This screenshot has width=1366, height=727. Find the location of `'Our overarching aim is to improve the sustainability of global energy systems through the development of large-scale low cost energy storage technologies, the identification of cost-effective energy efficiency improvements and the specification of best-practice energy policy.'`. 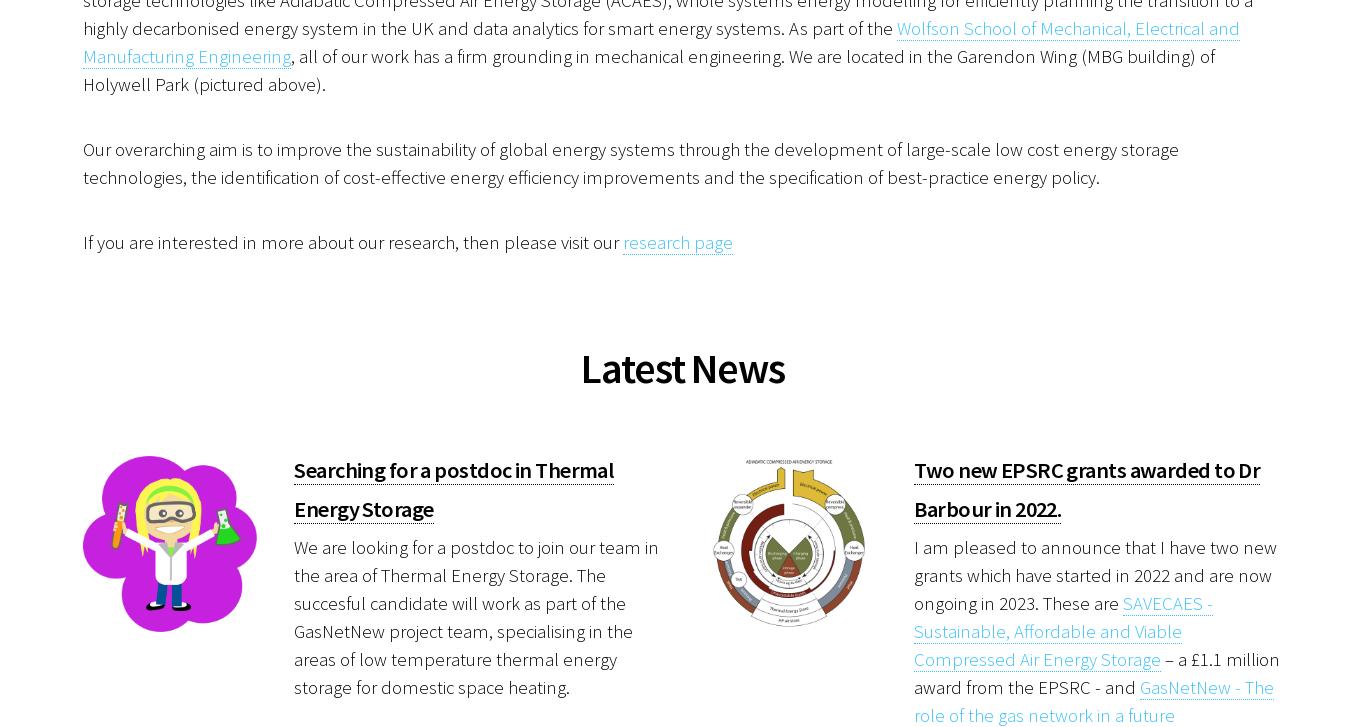

'Our overarching aim is to improve the sustainability of global energy systems through the development of large-scale low cost energy storage technologies, the identification of cost-effective energy efficiency improvements and the specification of best-practice energy policy.' is located at coordinates (629, 162).